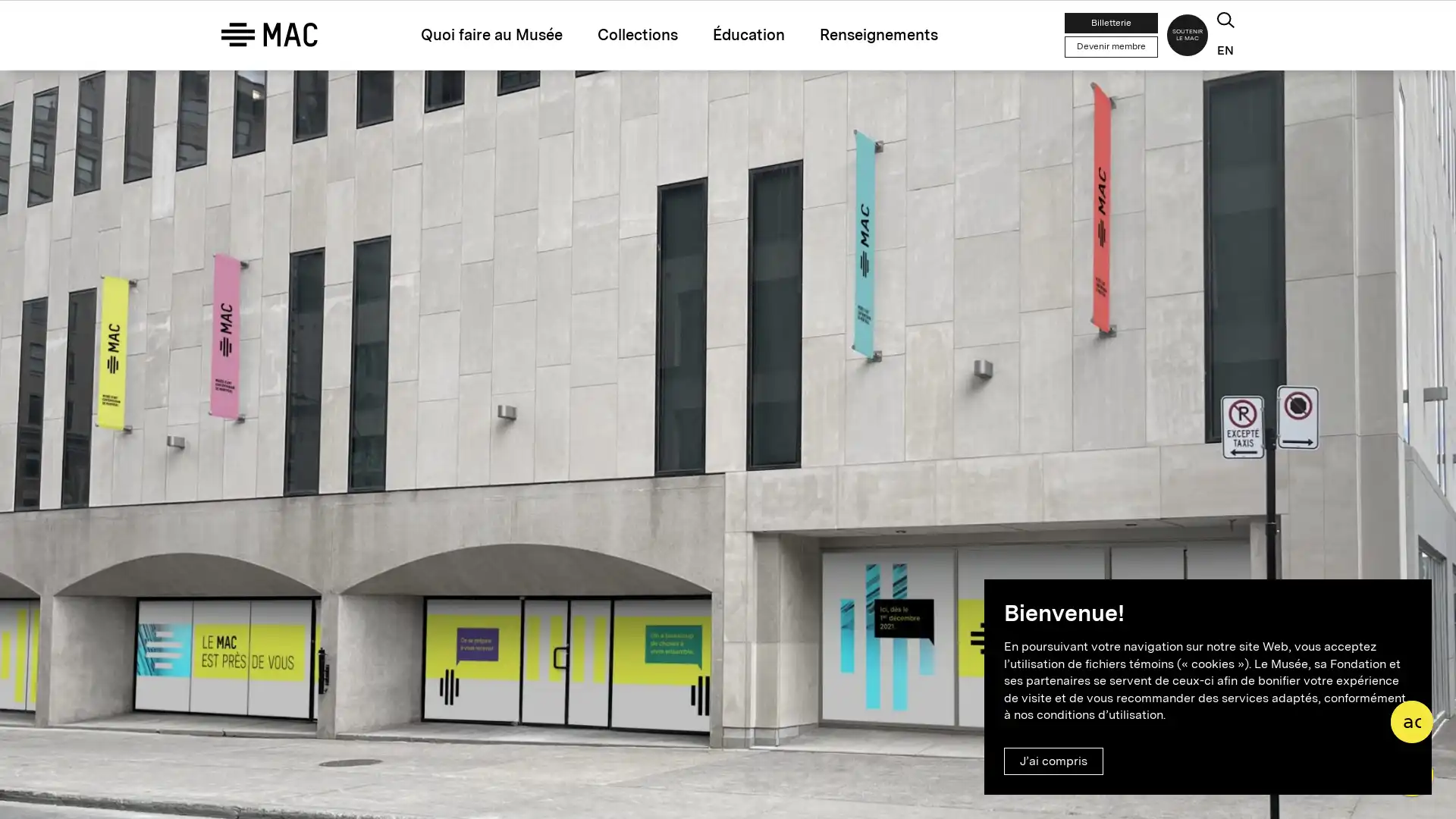  Describe the element at coordinates (1053, 761) in the screenshot. I see `Jai compris` at that location.